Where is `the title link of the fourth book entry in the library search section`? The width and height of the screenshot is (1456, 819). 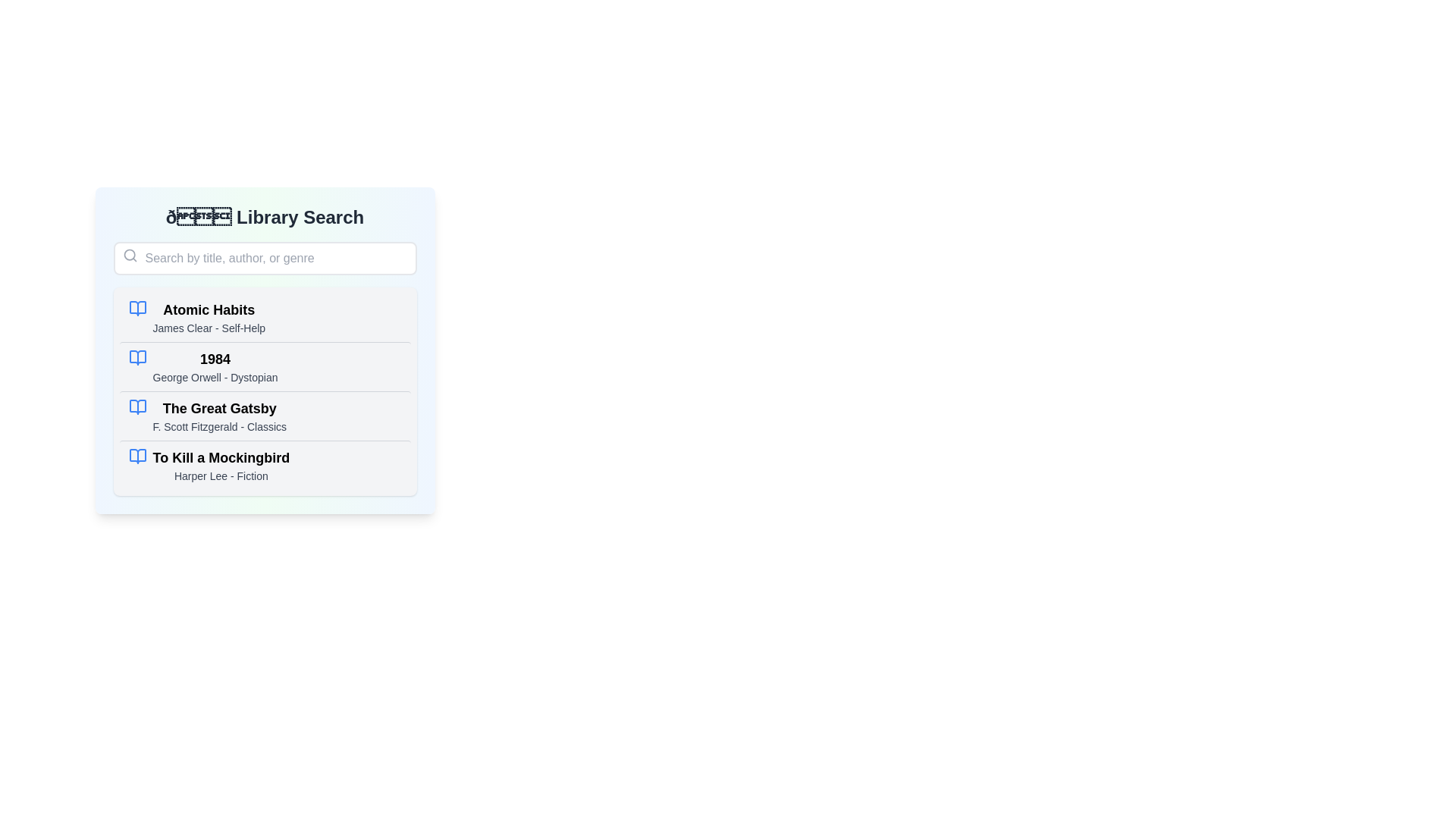
the title link of the fourth book entry in the library search section is located at coordinates (220, 464).